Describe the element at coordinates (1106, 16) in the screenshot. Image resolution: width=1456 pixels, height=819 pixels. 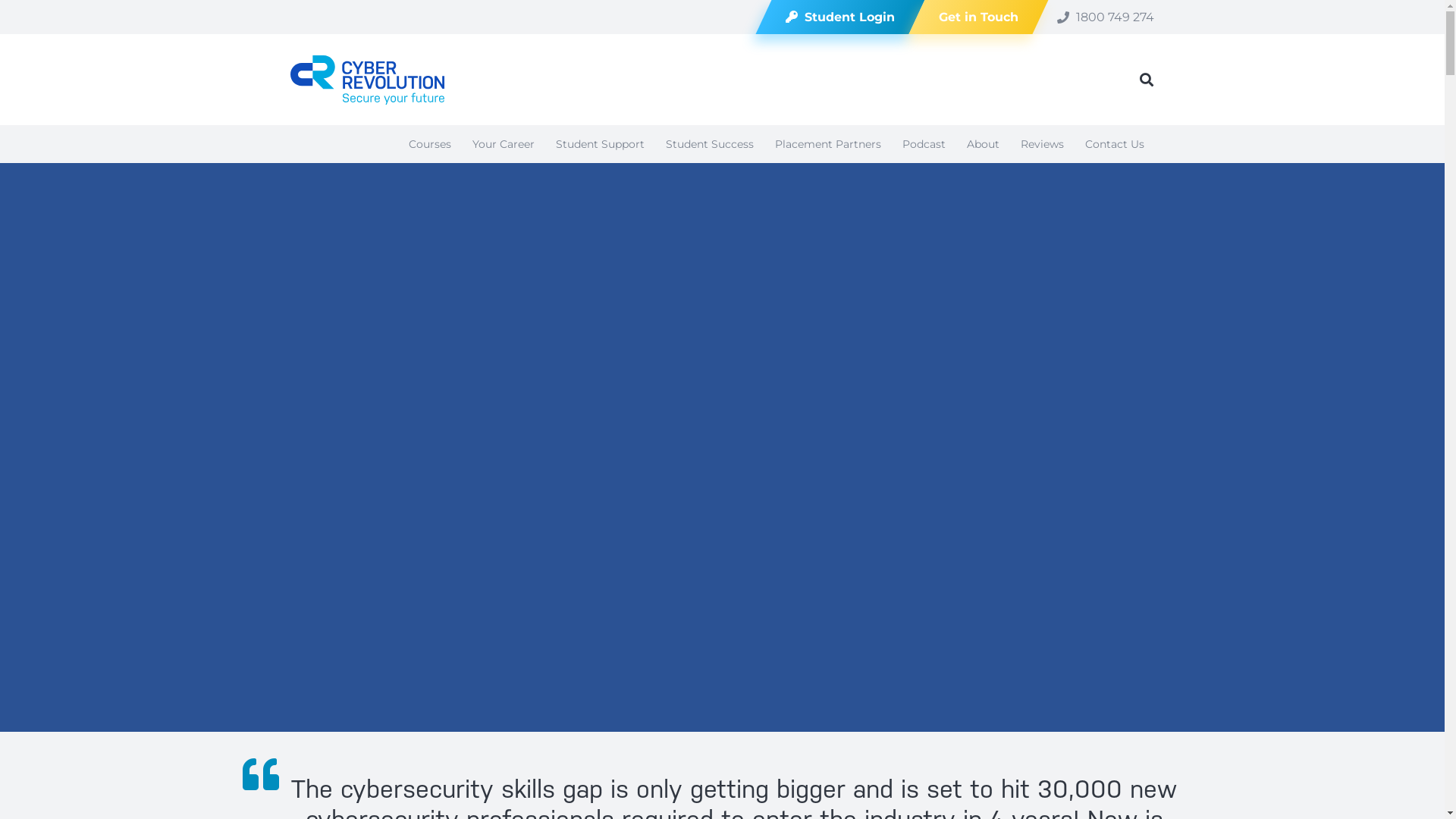
I see `'1800 749 274'` at that location.